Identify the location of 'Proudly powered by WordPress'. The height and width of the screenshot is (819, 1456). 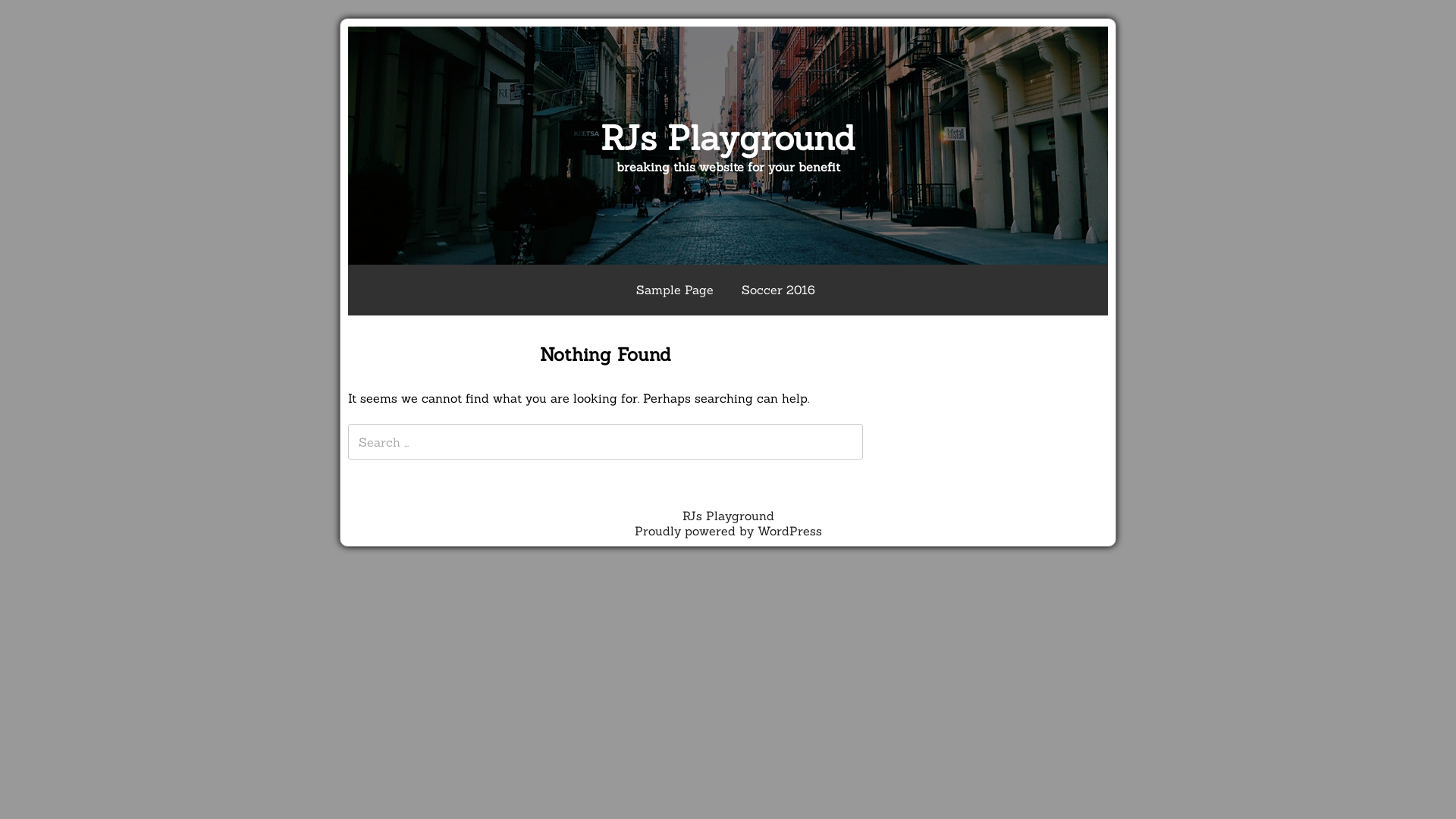
(633, 529).